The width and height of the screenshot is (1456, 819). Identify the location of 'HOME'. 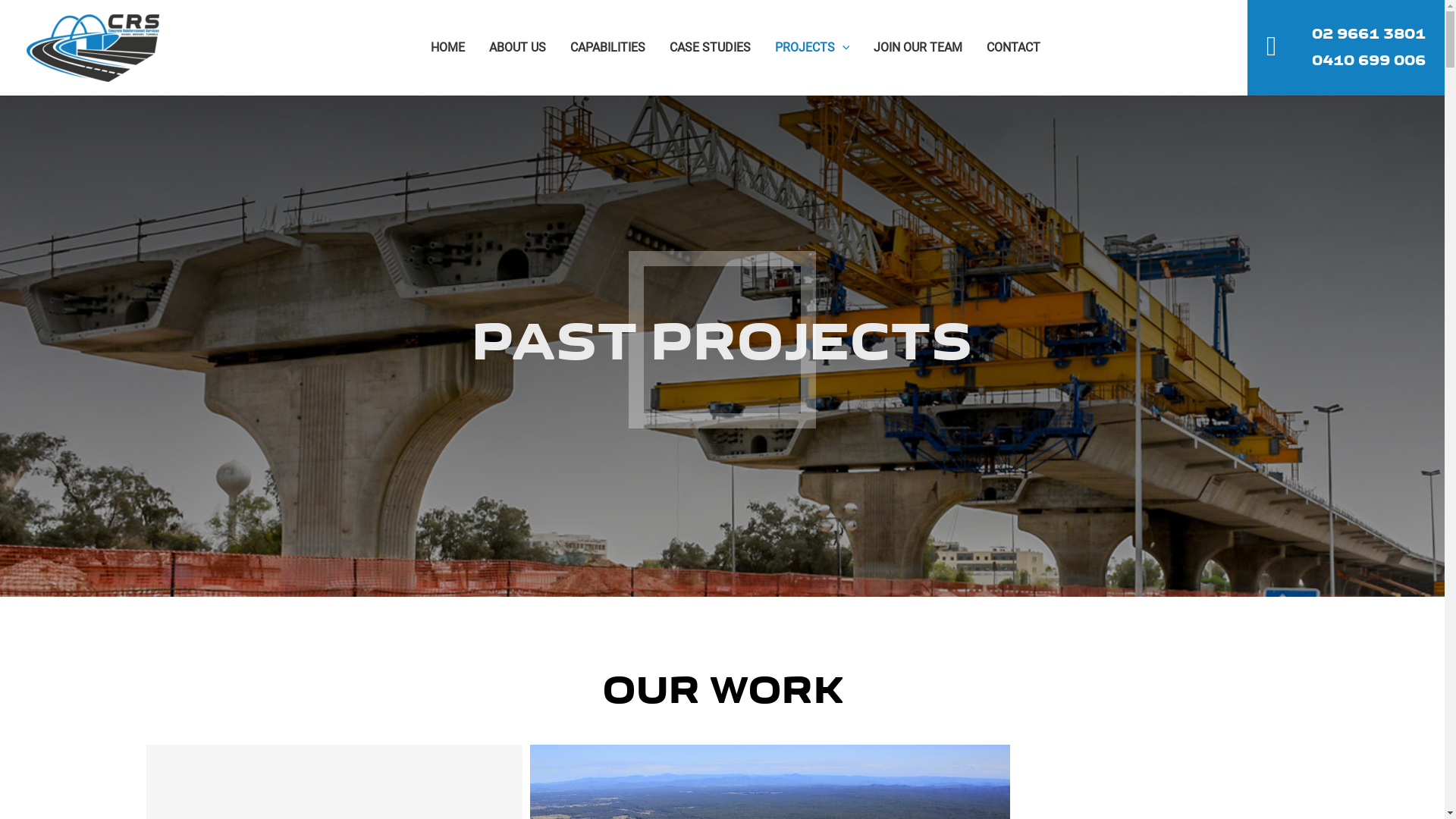
(447, 46).